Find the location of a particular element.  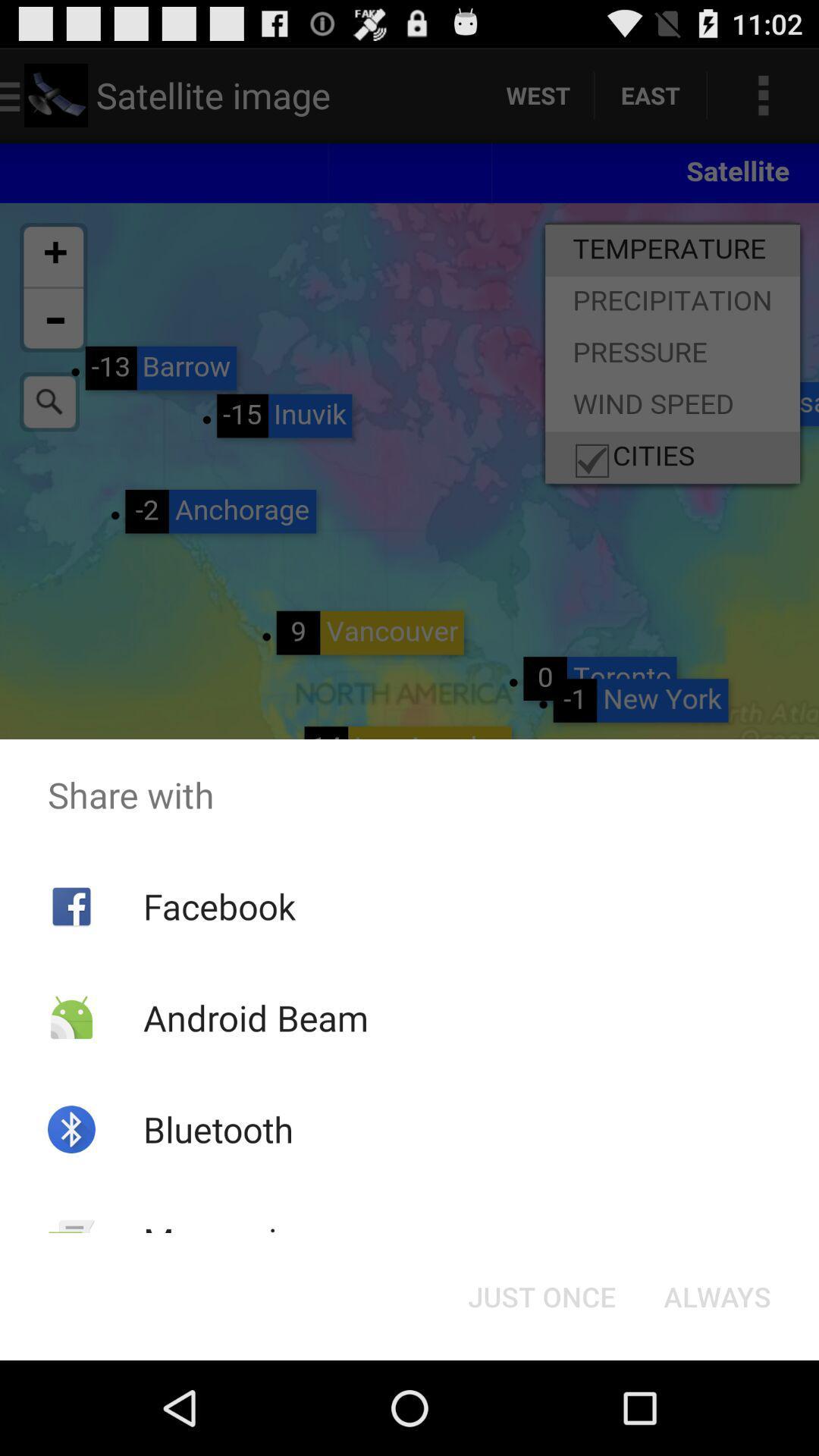

the just once item is located at coordinates (541, 1295).